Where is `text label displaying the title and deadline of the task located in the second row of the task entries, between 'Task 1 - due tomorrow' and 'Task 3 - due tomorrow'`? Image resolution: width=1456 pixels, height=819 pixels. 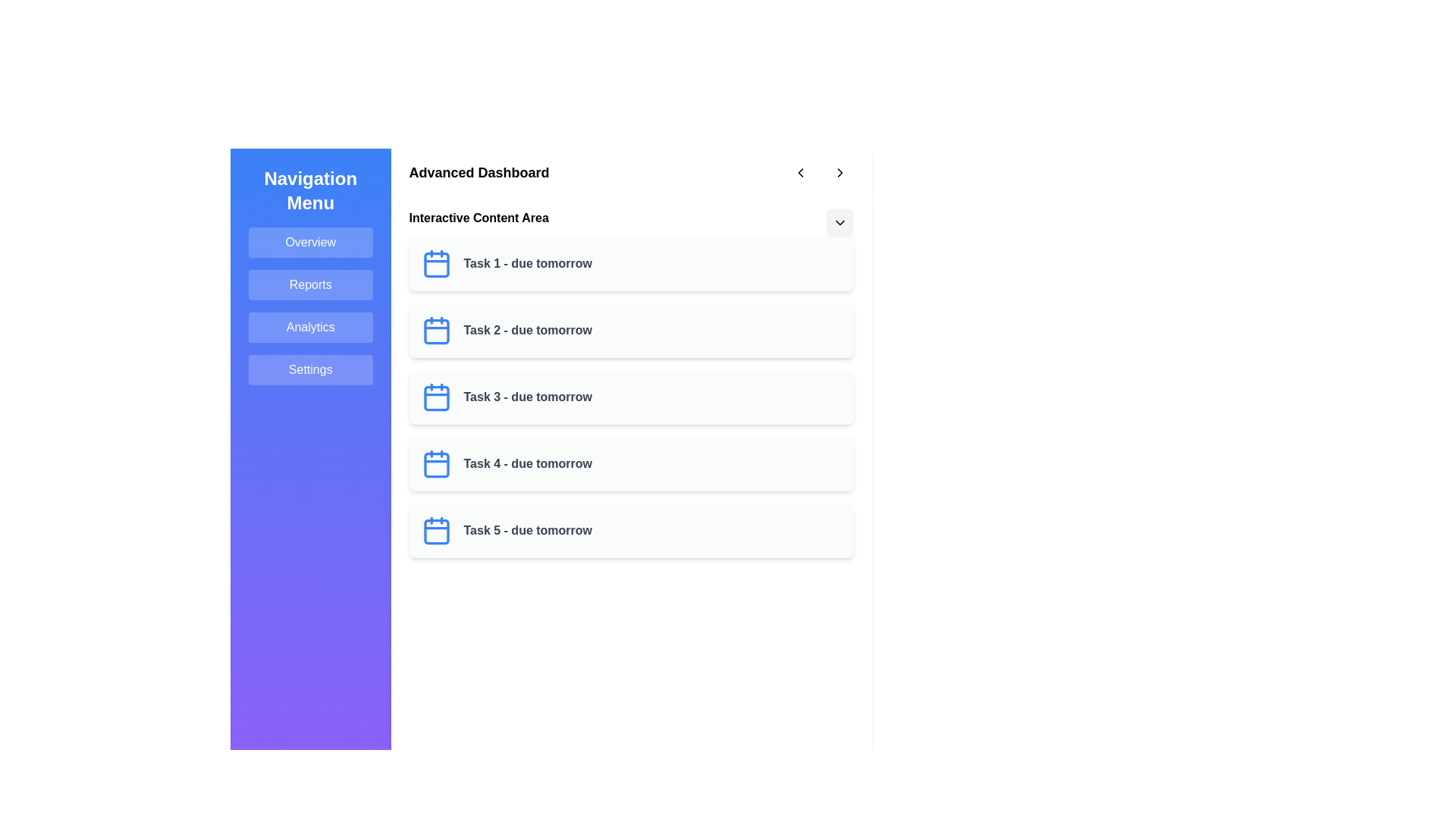
text label displaying the title and deadline of the task located in the second row of the task entries, between 'Task 1 - due tomorrow' and 'Task 3 - due tomorrow' is located at coordinates (528, 329).